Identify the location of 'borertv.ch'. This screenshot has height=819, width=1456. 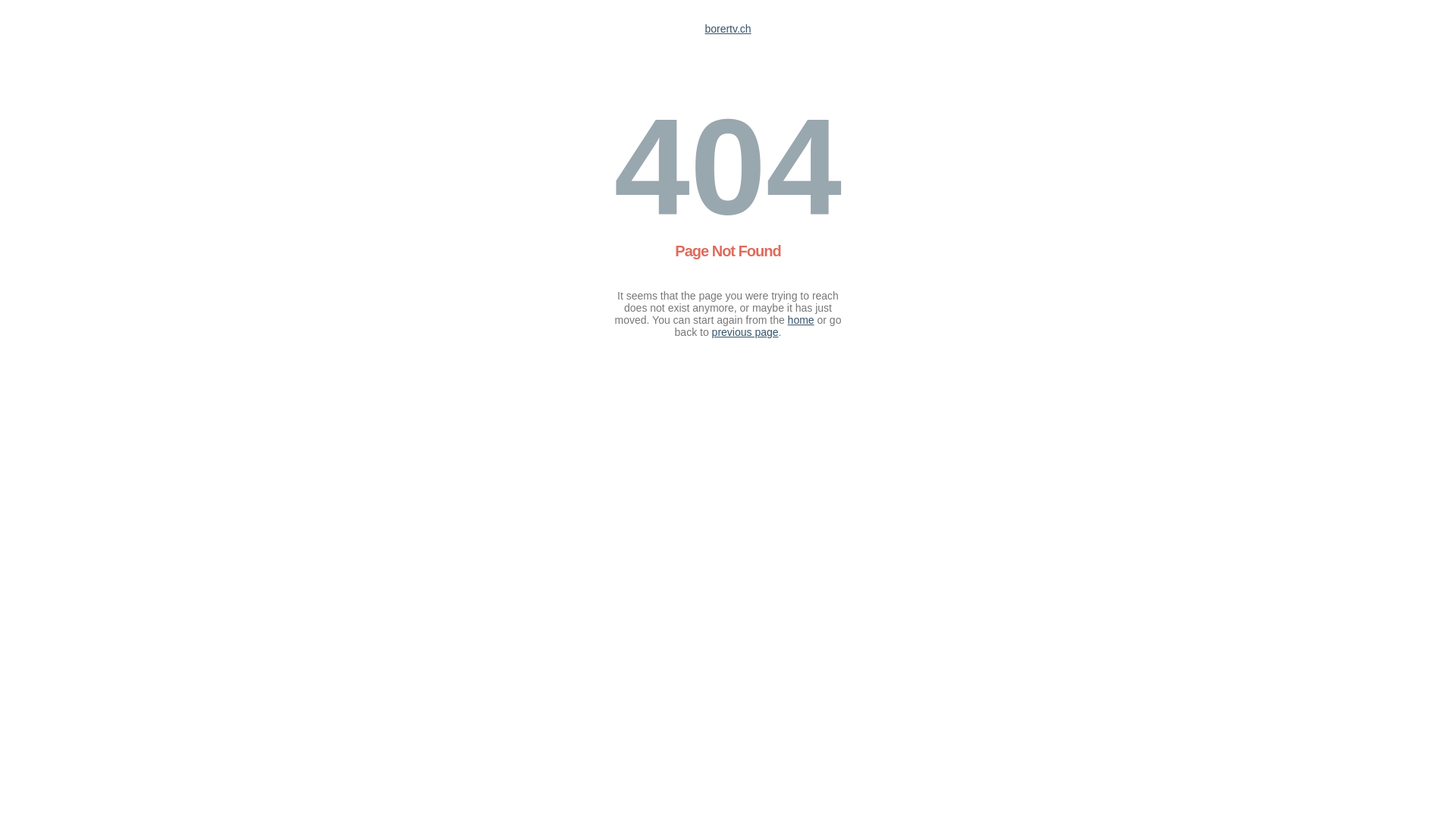
(726, 29).